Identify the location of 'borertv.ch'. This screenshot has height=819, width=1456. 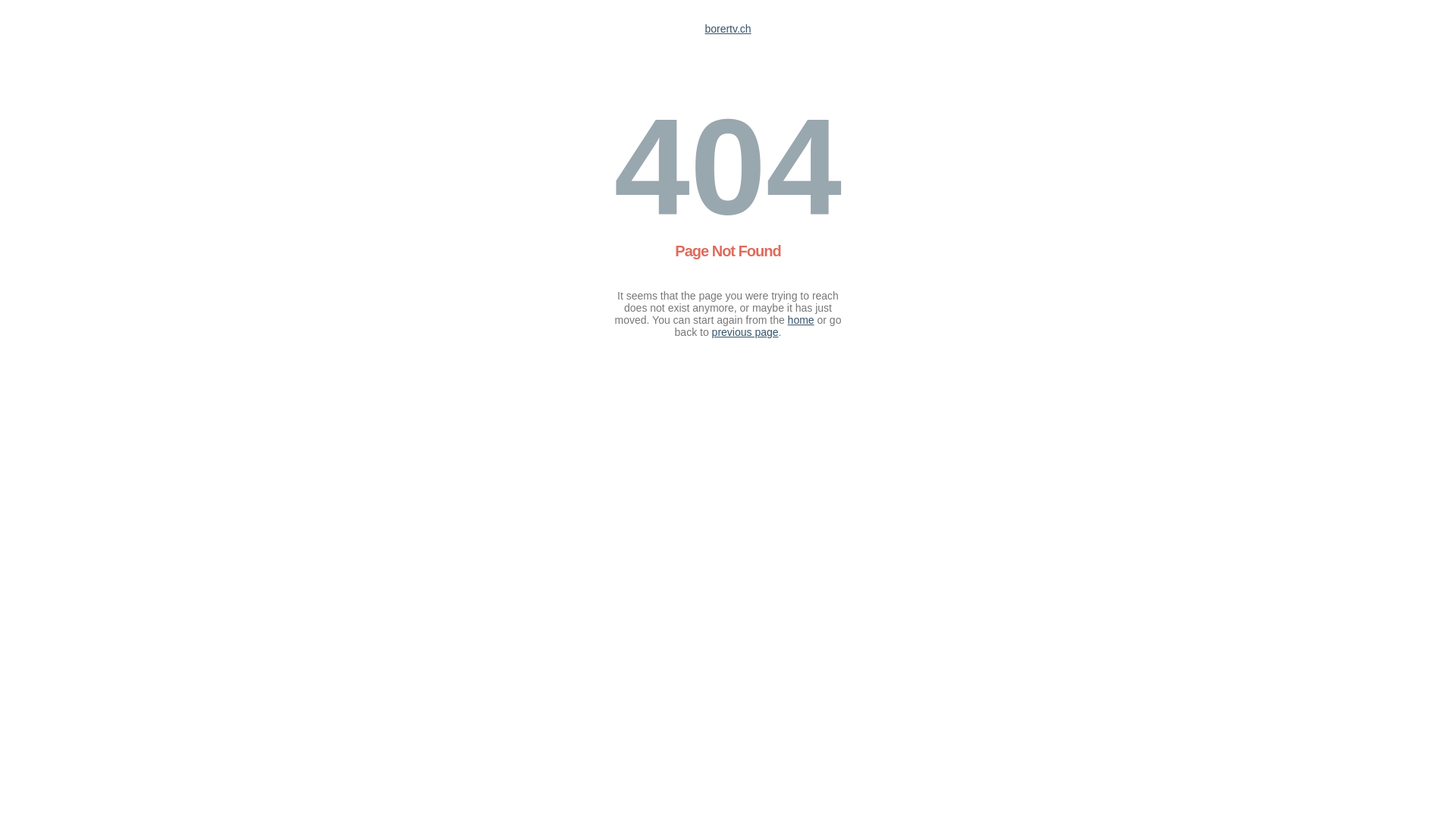
(726, 29).